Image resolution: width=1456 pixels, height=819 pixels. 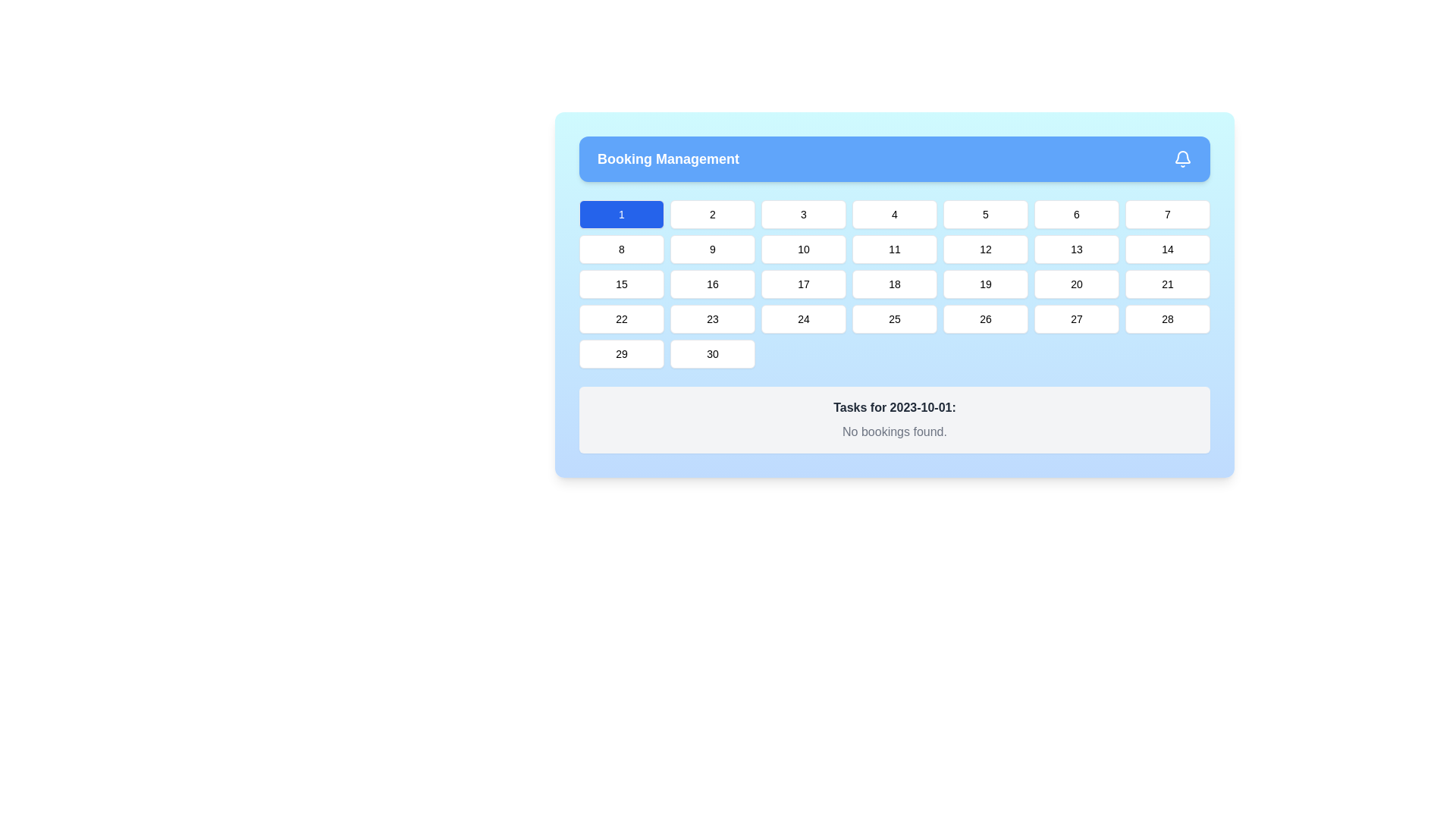 What do you see at coordinates (622, 248) in the screenshot?
I see `the button representing the specific day in the second row, first column of the calendar grid` at bounding box center [622, 248].